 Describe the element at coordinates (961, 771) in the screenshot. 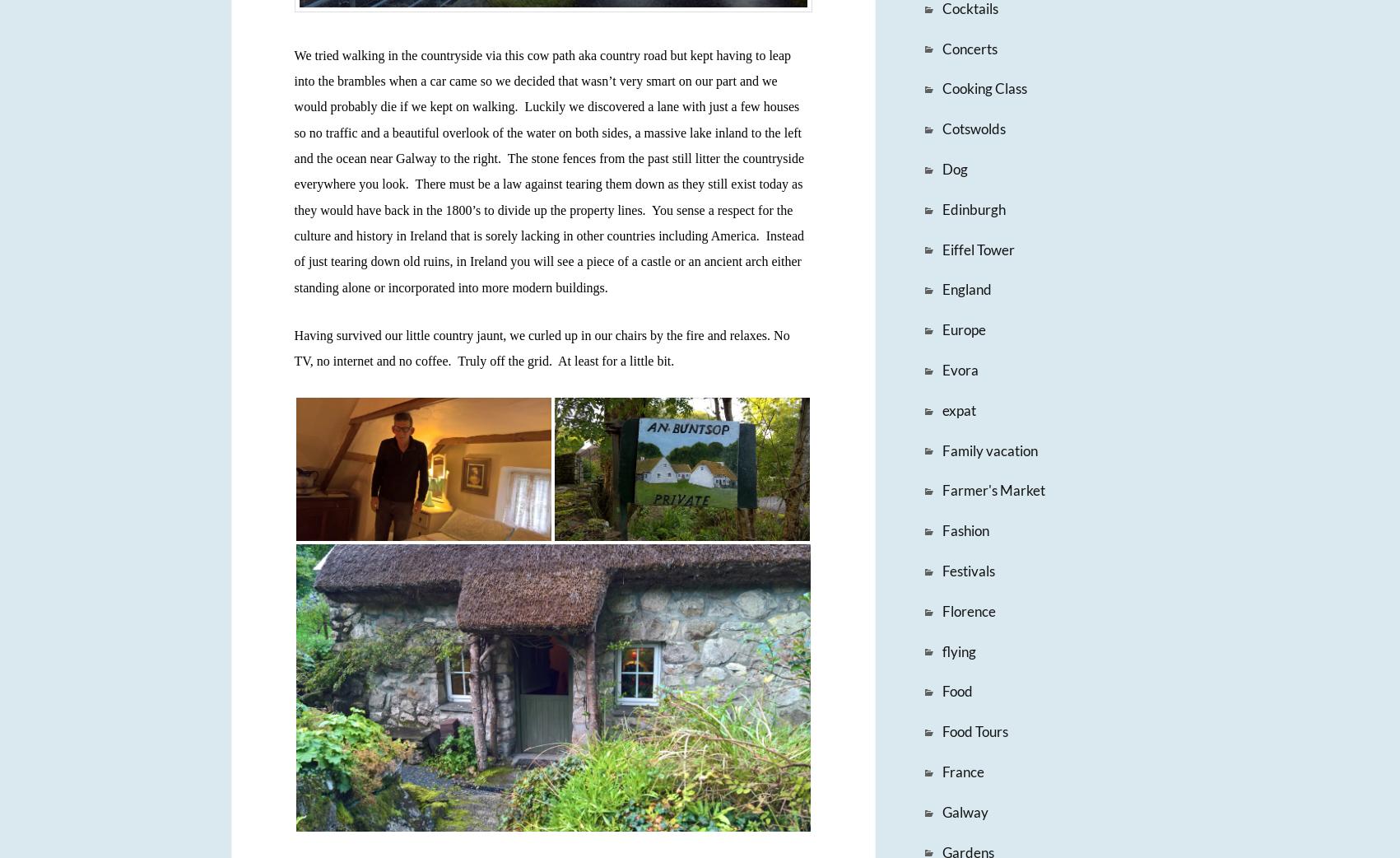

I see `'France'` at that location.